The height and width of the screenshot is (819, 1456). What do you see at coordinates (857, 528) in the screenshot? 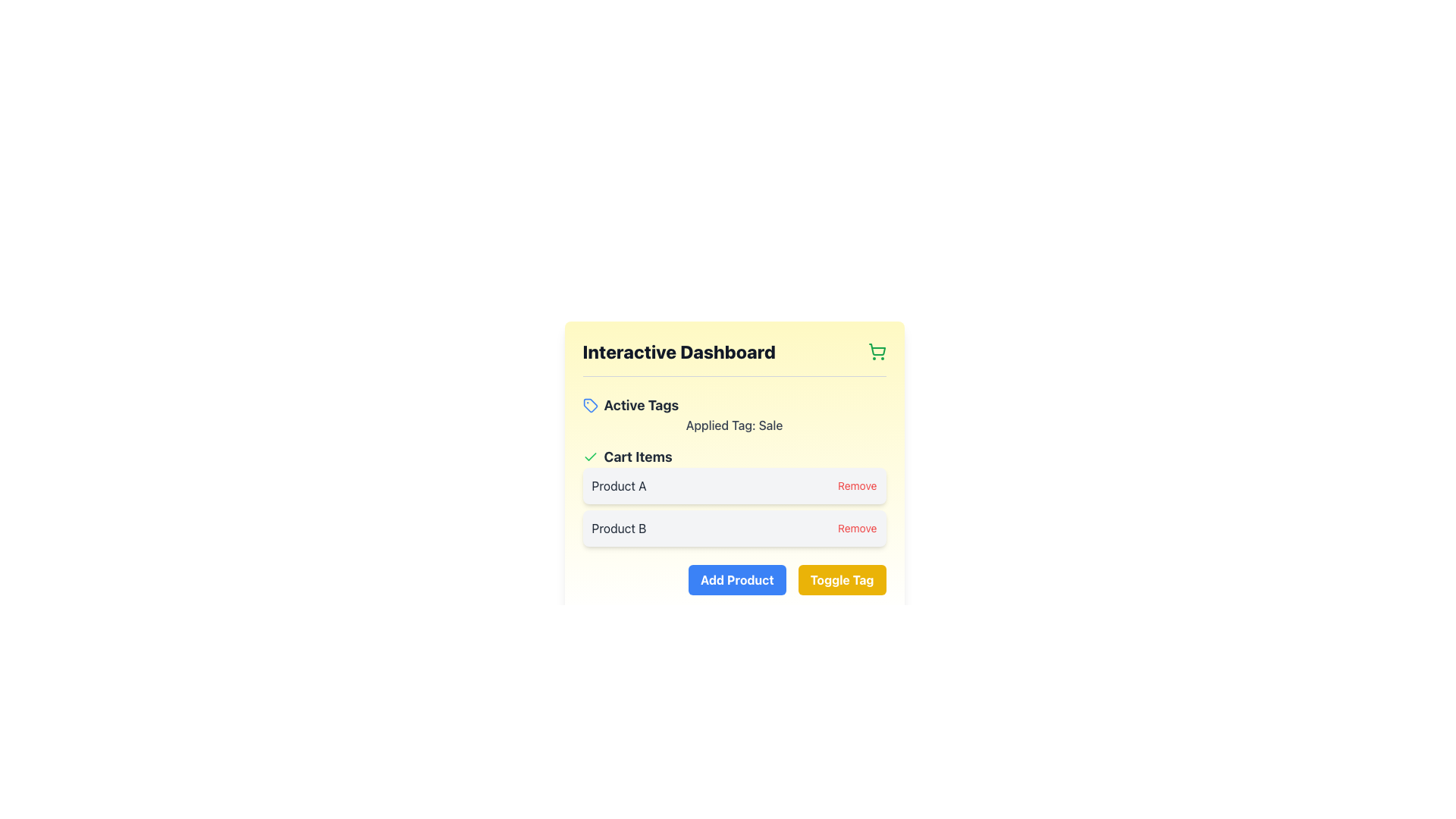
I see `the 'Remove' clickable text link located to the right of 'Product B' in the 'Cart Items' section` at bounding box center [857, 528].